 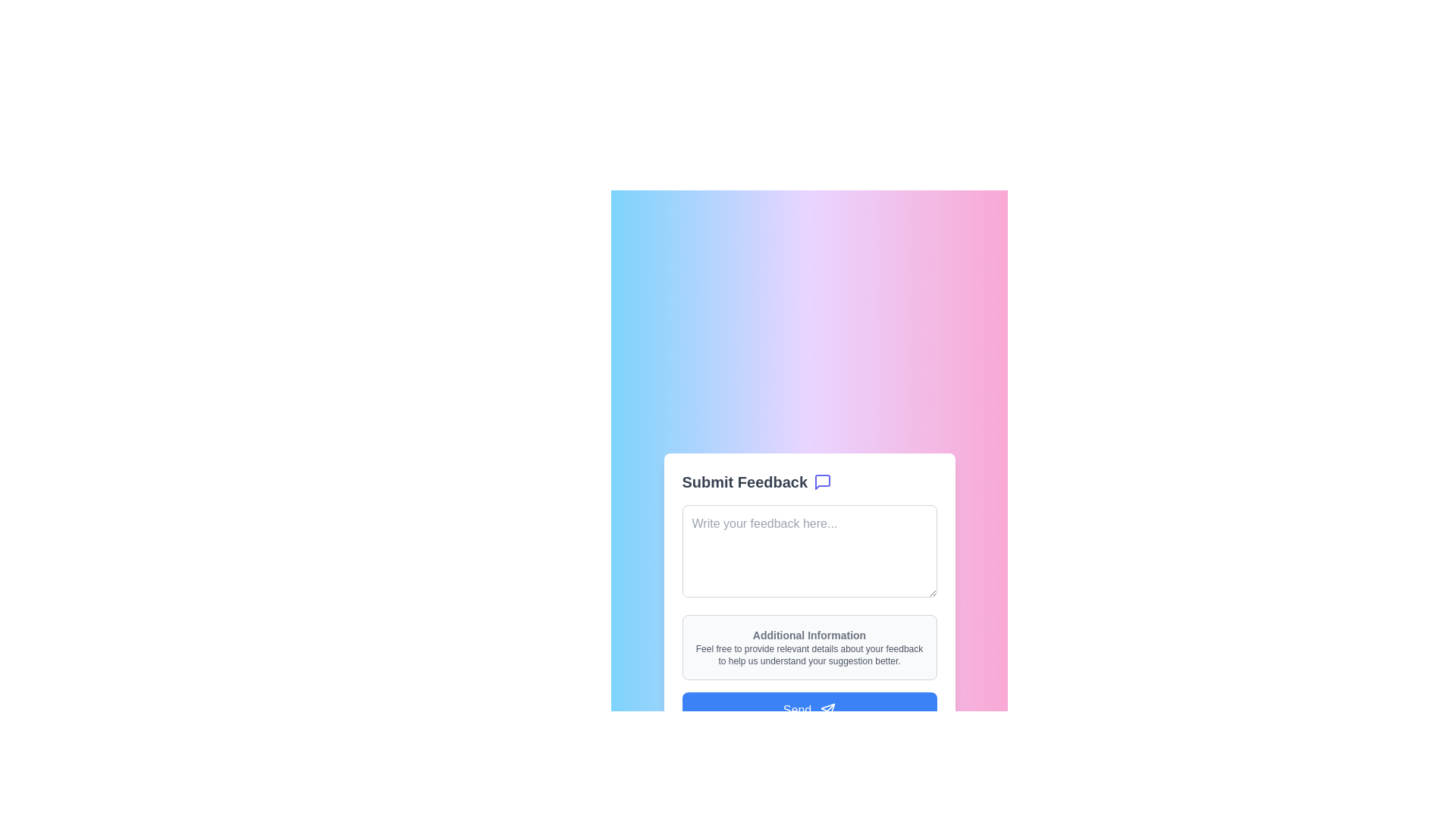 What do you see at coordinates (808, 654) in the screenshot?
I see `guidance text that is styled in small gray font and reads: 'Feel free to provide relevant details about your feedback to help us understand your suggestion better.', located beneath the 'Additional Information' header in a rounded rectangular section` at bounding box center [808, 654].